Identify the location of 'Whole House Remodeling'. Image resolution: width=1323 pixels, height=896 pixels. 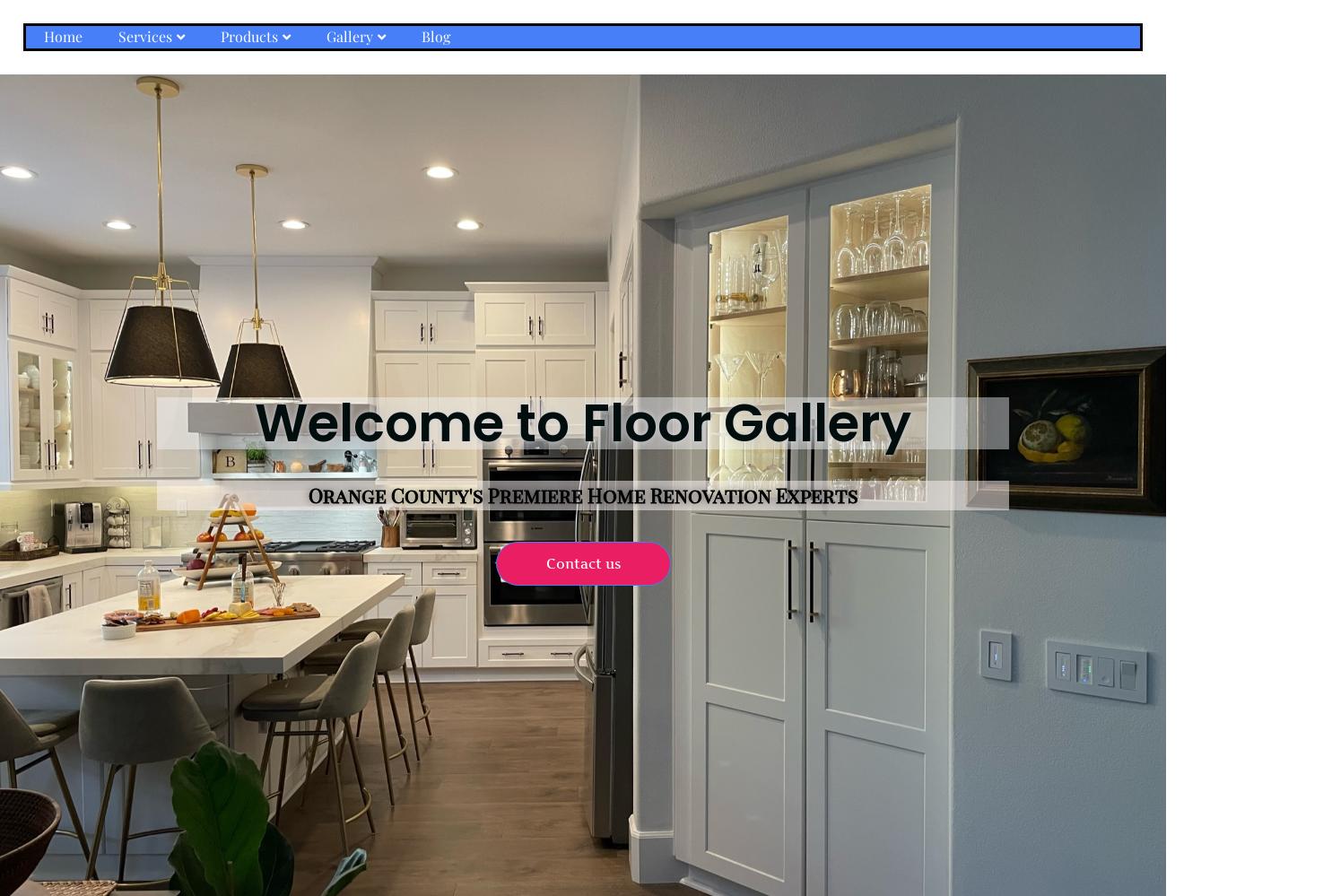
(187, 155).